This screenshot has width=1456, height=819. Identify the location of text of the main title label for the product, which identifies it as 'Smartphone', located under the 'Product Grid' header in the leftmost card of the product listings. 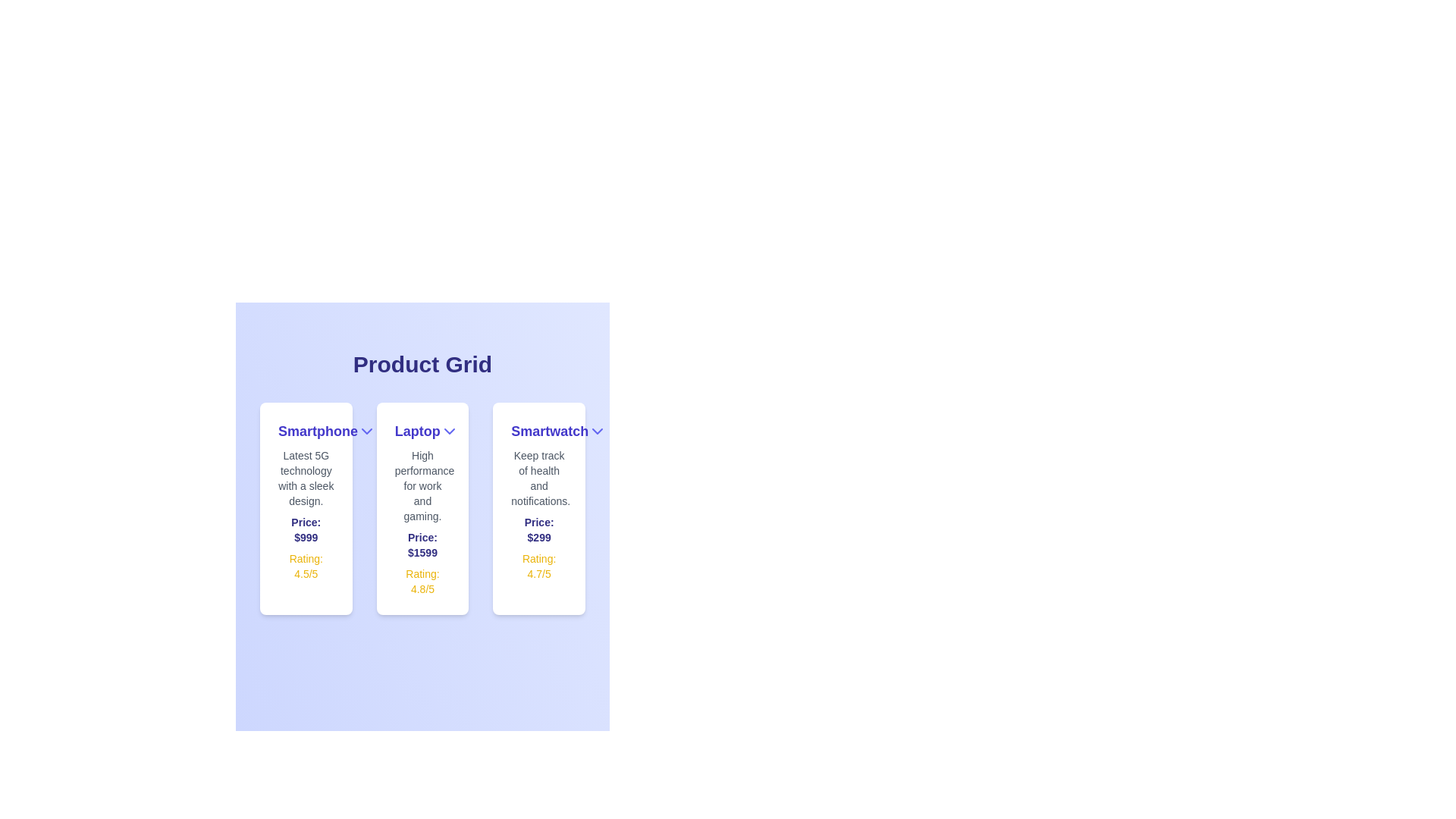
(317, 431).